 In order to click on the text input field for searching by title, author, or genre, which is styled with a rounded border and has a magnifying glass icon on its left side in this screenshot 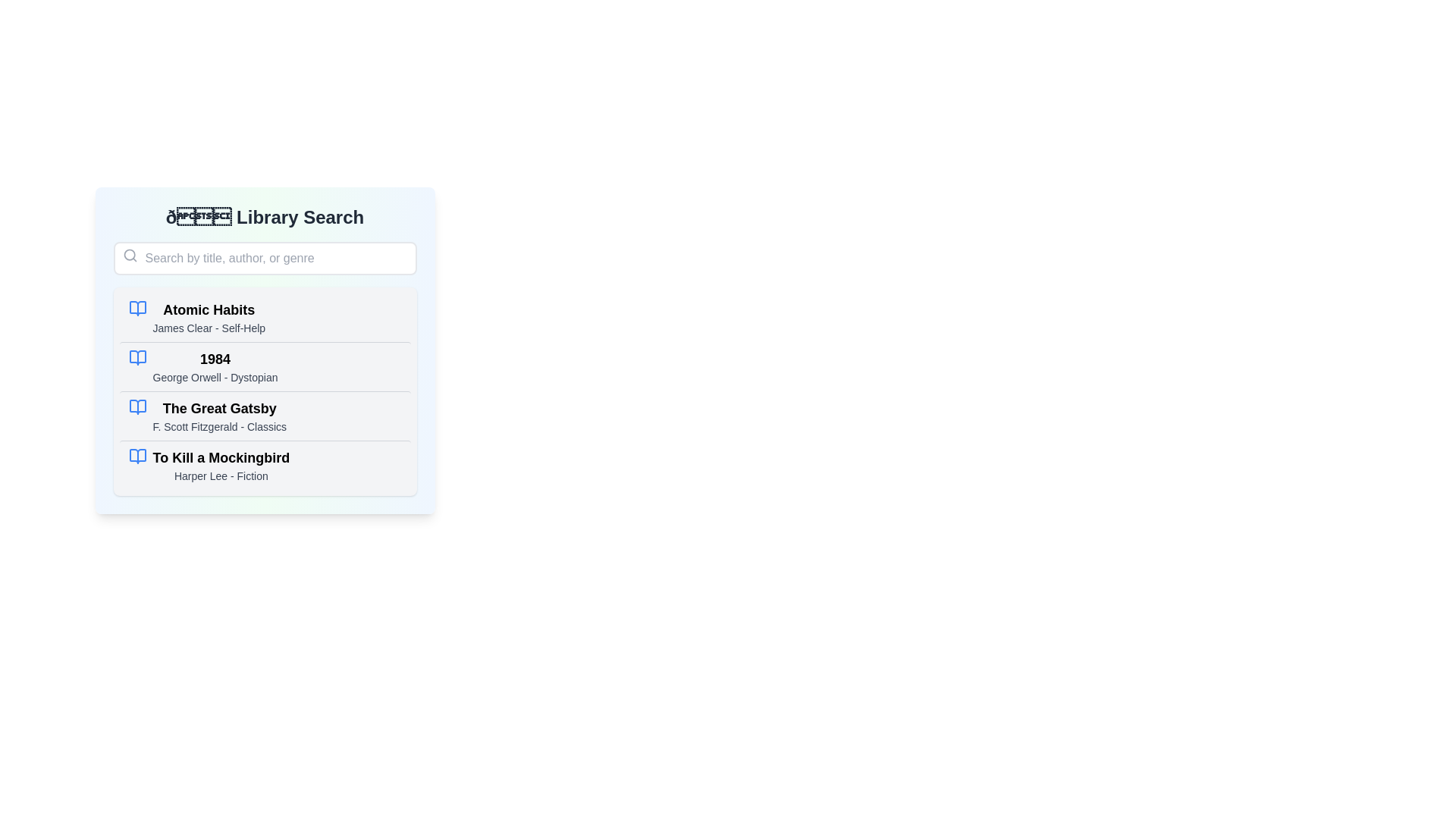, I will do `click(265, 257)`.